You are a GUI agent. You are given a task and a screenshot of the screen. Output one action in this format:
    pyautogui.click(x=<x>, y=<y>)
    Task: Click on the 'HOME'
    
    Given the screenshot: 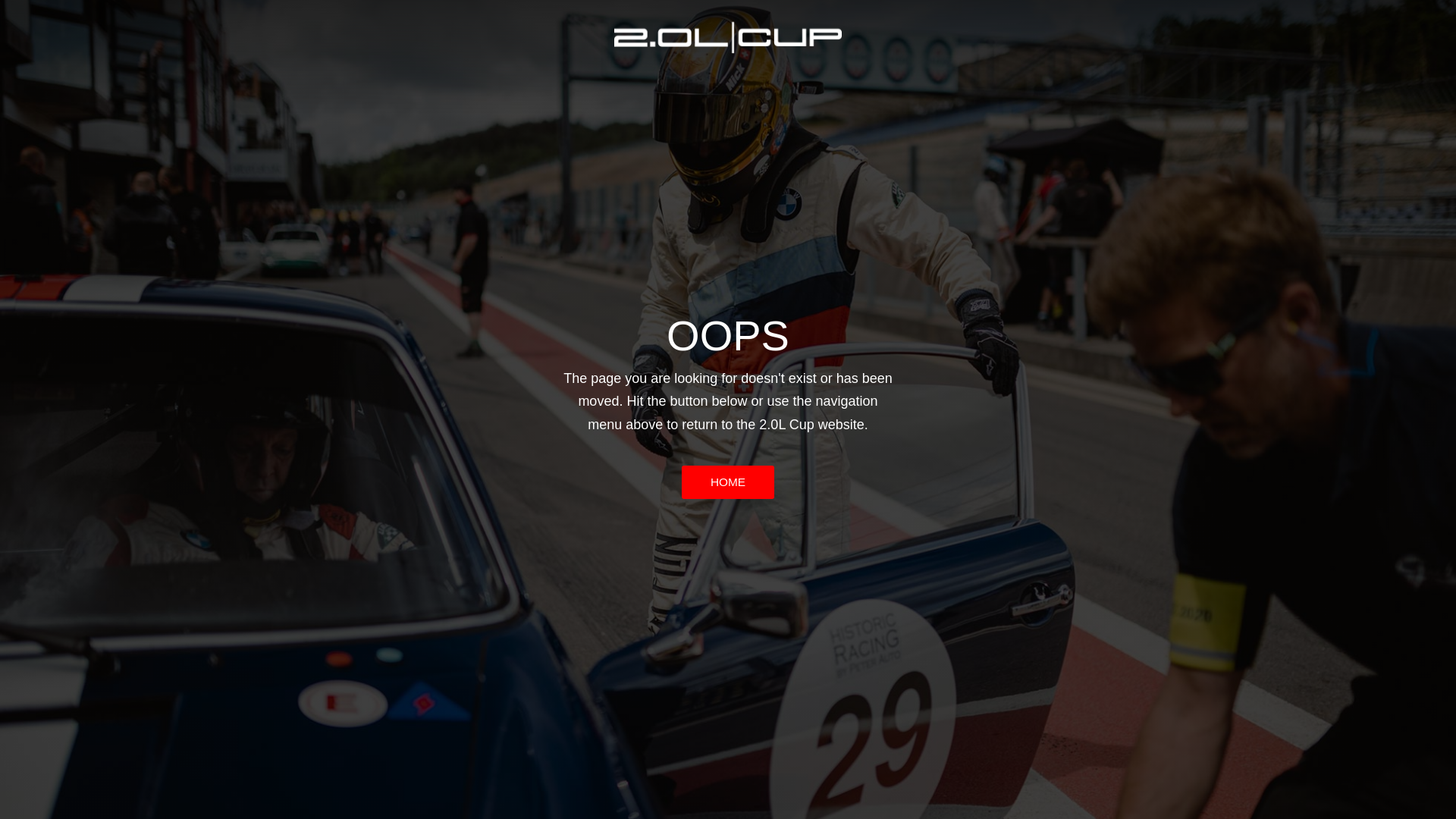 What is the action you would take?
    pyautogui.click(x=728, y=482)
    